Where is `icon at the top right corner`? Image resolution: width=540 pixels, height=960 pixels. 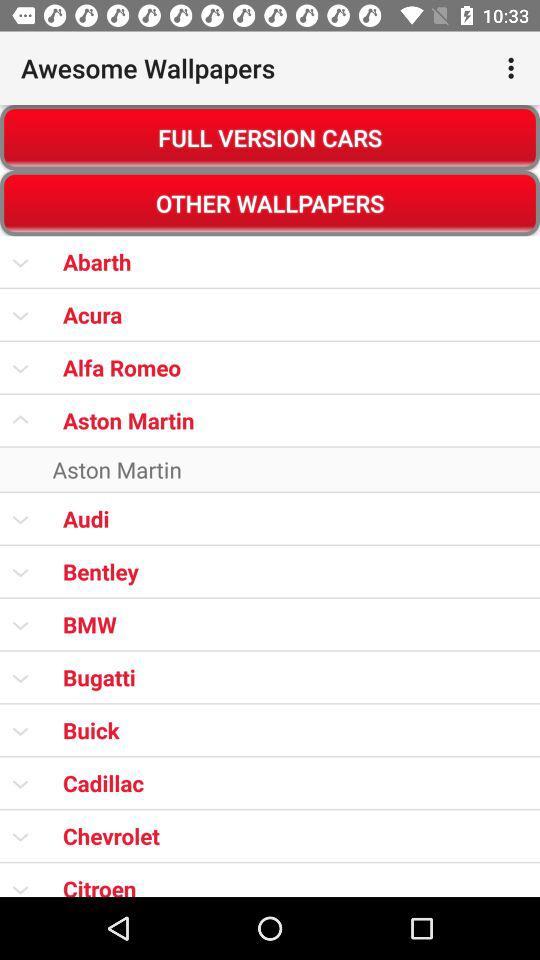
icon at the top right corner is located at coordinates (513, 68).